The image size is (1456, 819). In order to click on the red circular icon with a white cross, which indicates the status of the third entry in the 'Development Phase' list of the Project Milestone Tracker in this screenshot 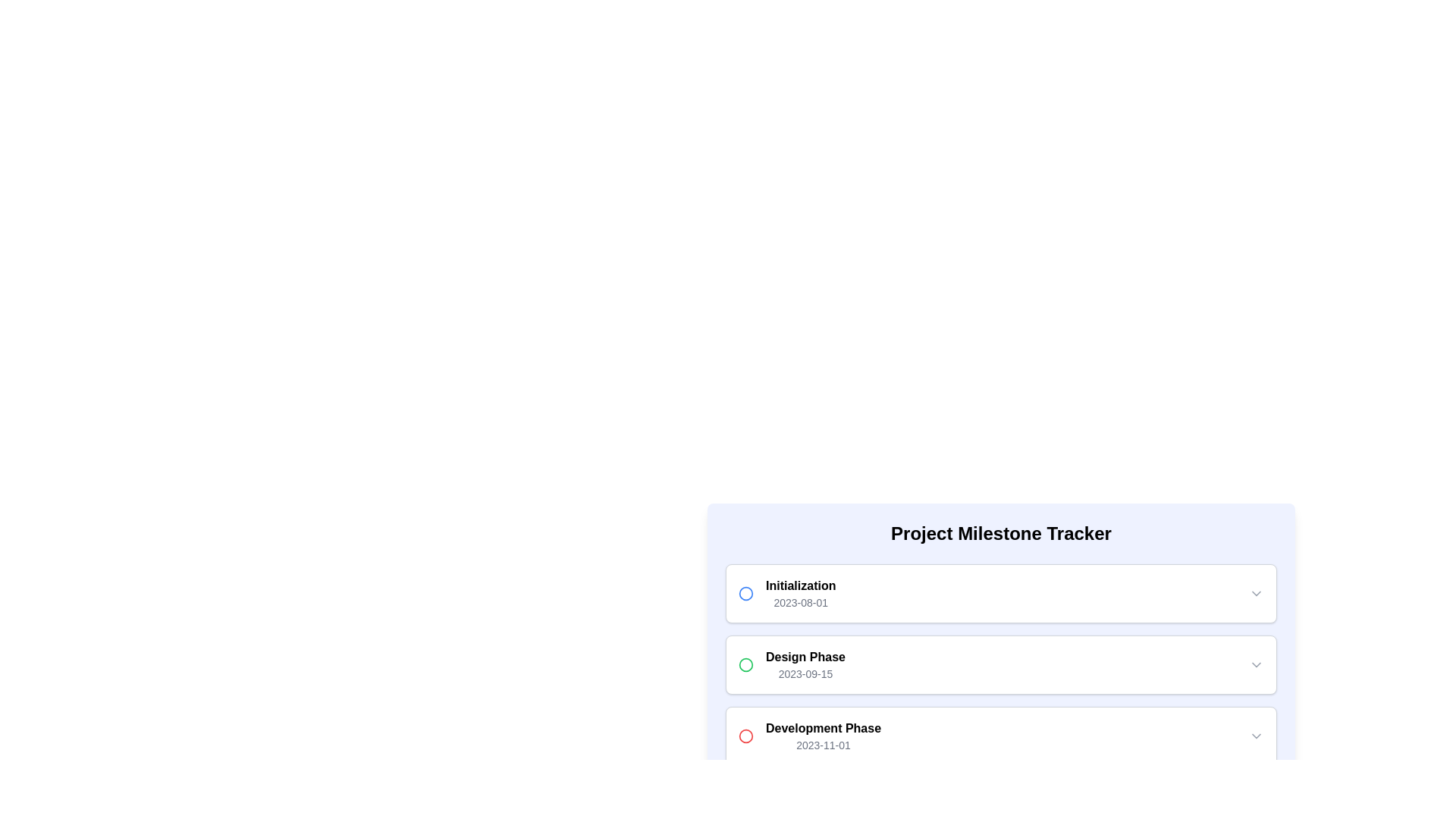, I will do `click(745, 736)`.